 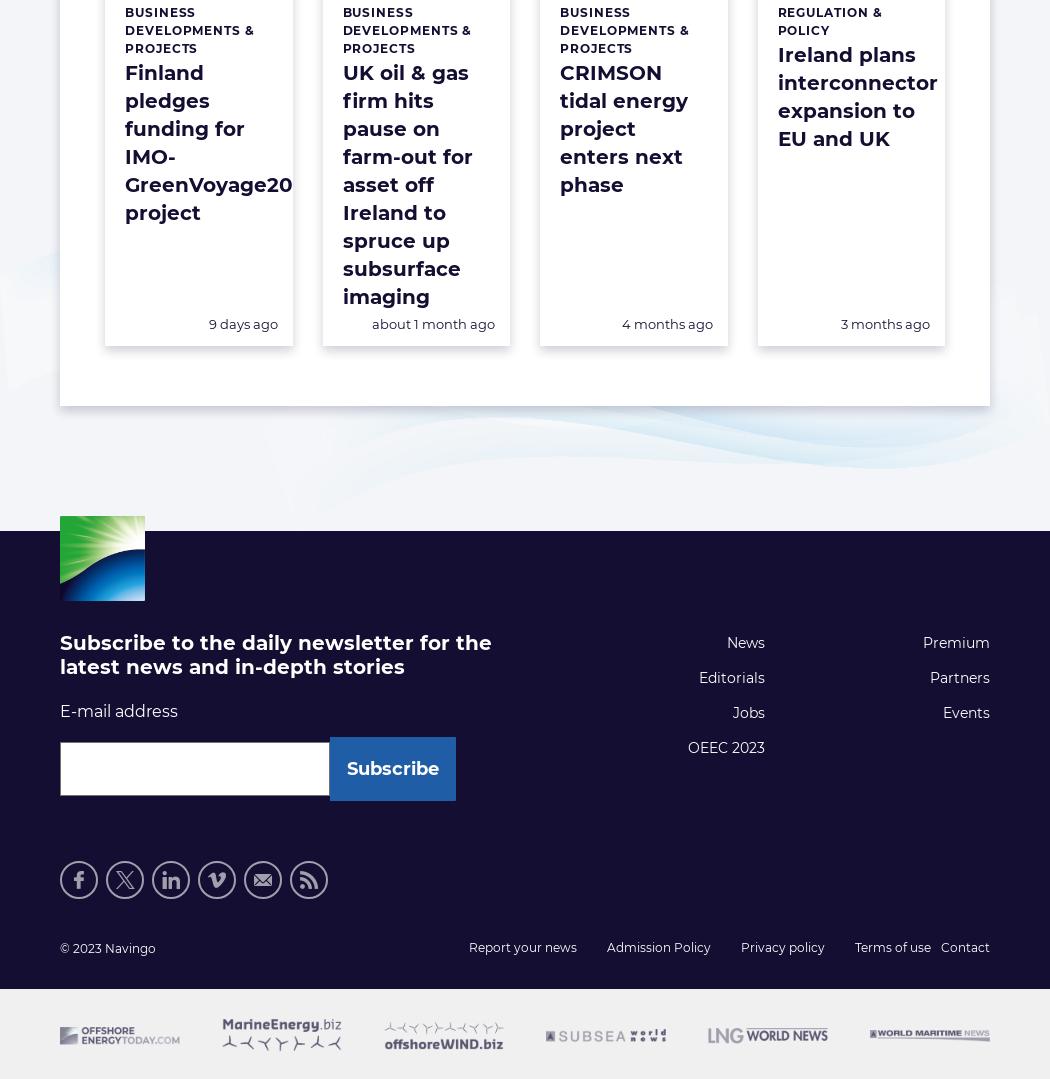 What do you see at coordinates (522, 947) in the screenshot?
I see `'Report your news'` at bounding box center [522, 947].